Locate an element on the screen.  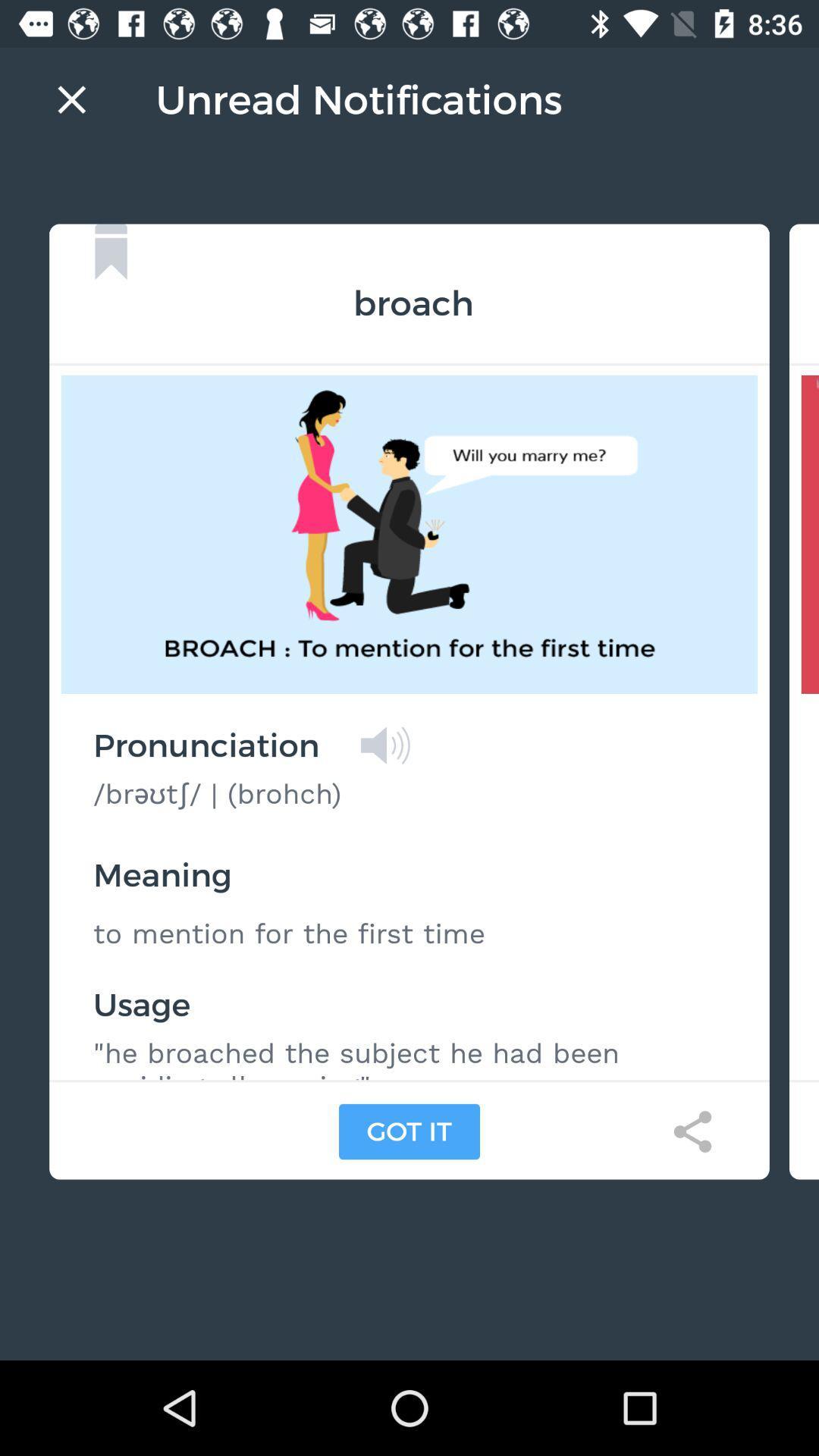
play is located at coordinates (384, 745).